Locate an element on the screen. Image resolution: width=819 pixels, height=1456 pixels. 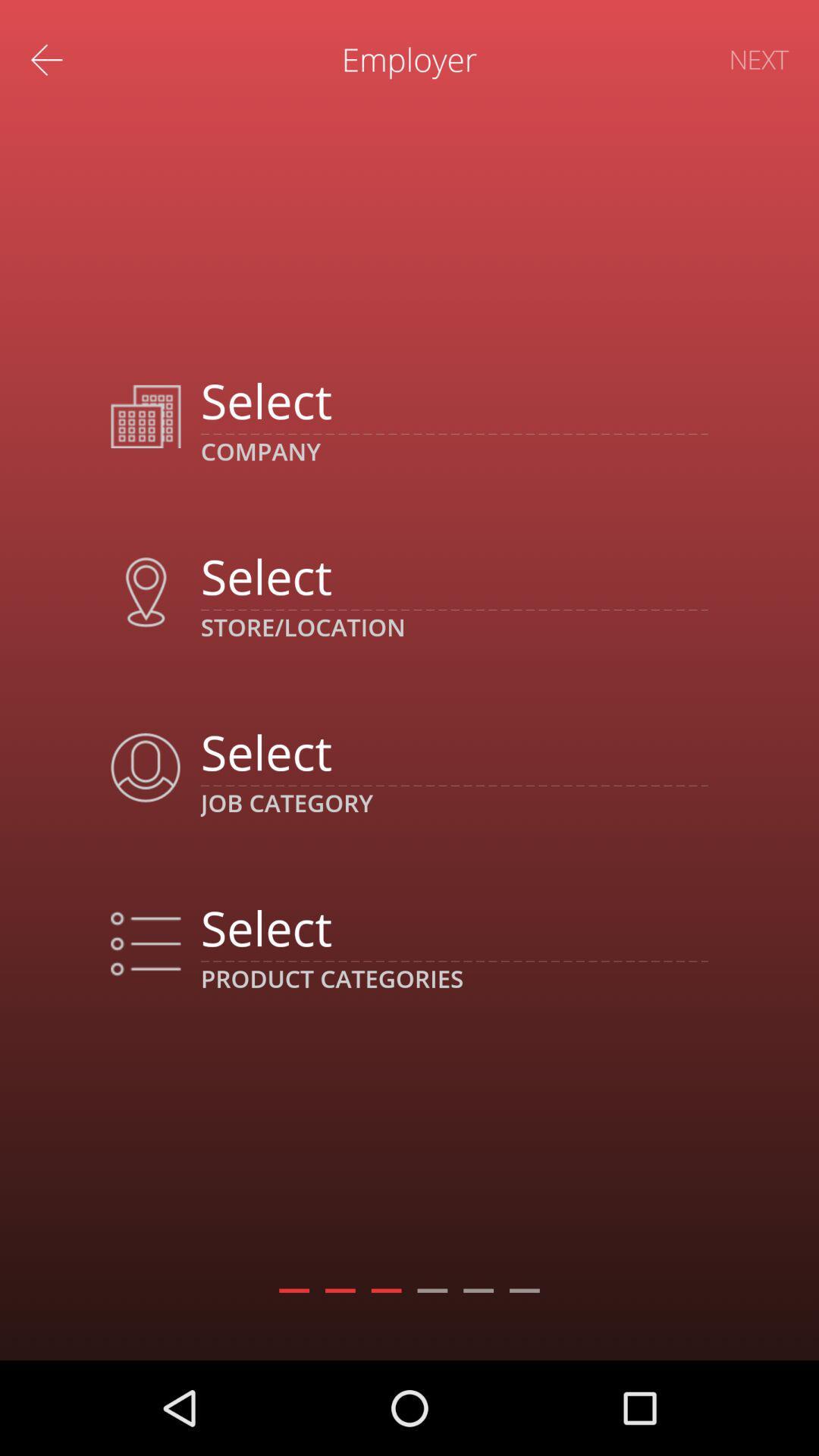
product category is located at coordinates (453, 927).